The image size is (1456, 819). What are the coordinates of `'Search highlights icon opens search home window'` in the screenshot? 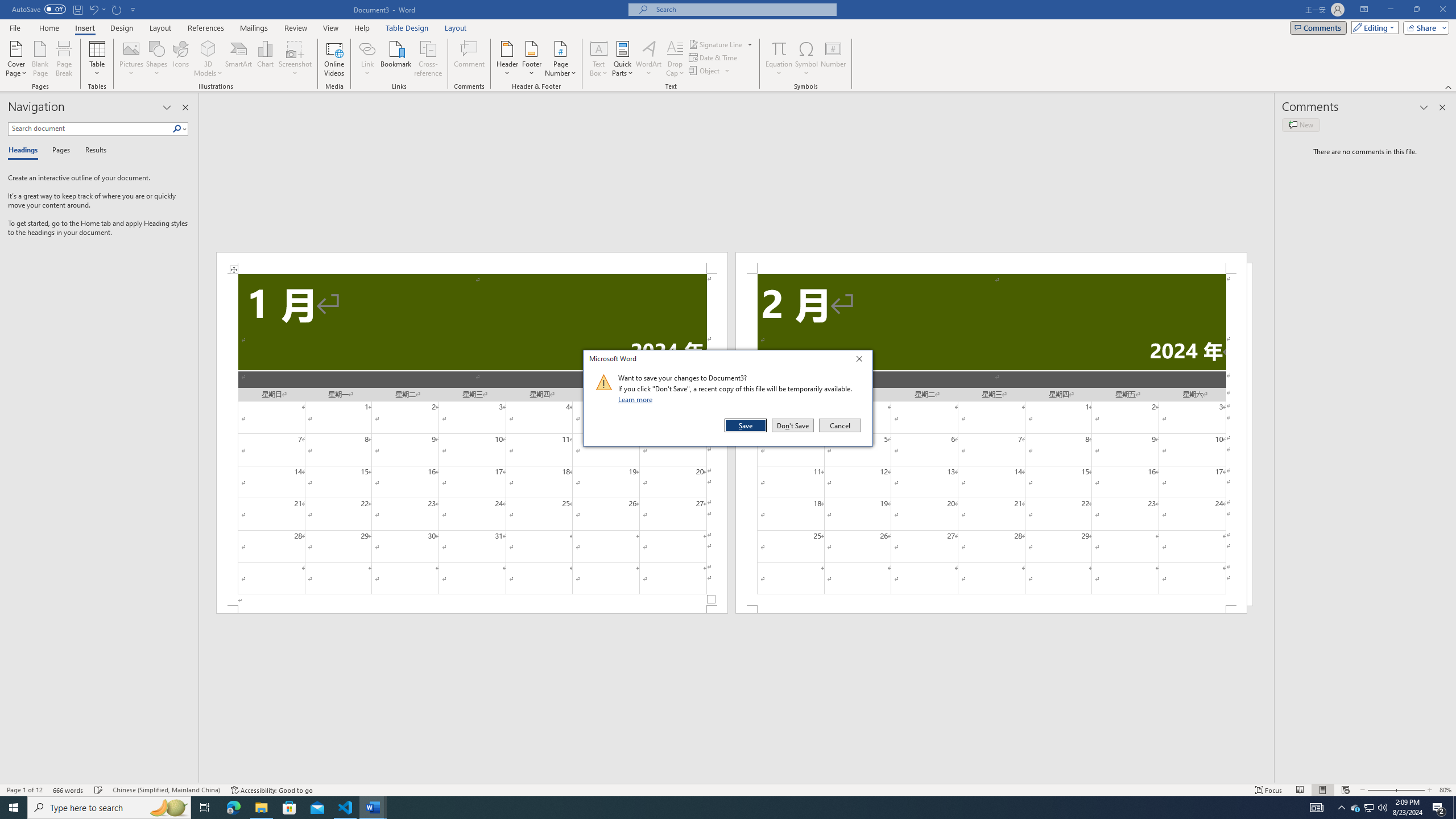 It's located at (167, 806).